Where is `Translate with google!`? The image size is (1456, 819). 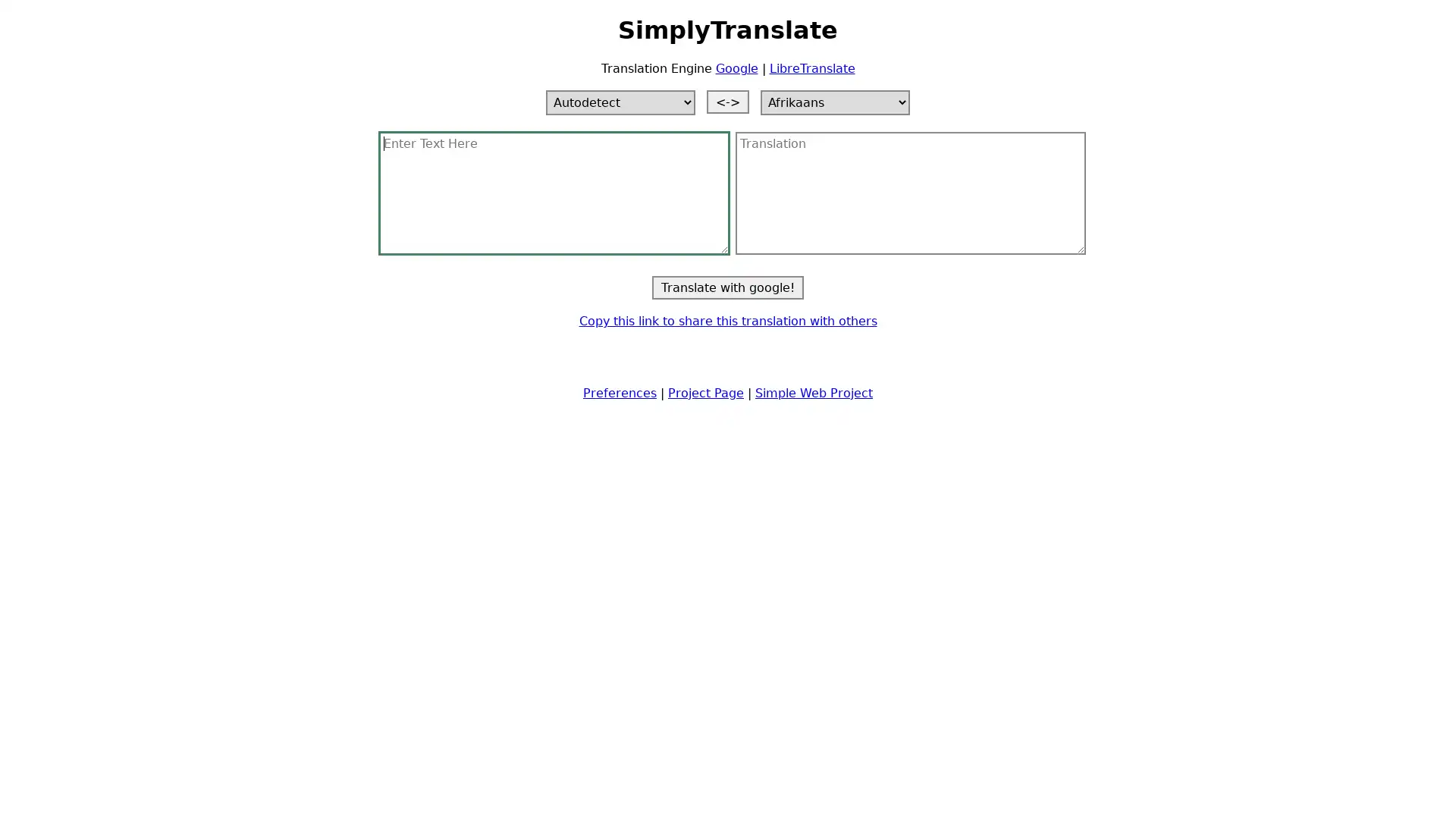 Translate with google! is located at coordinates (728, 287).